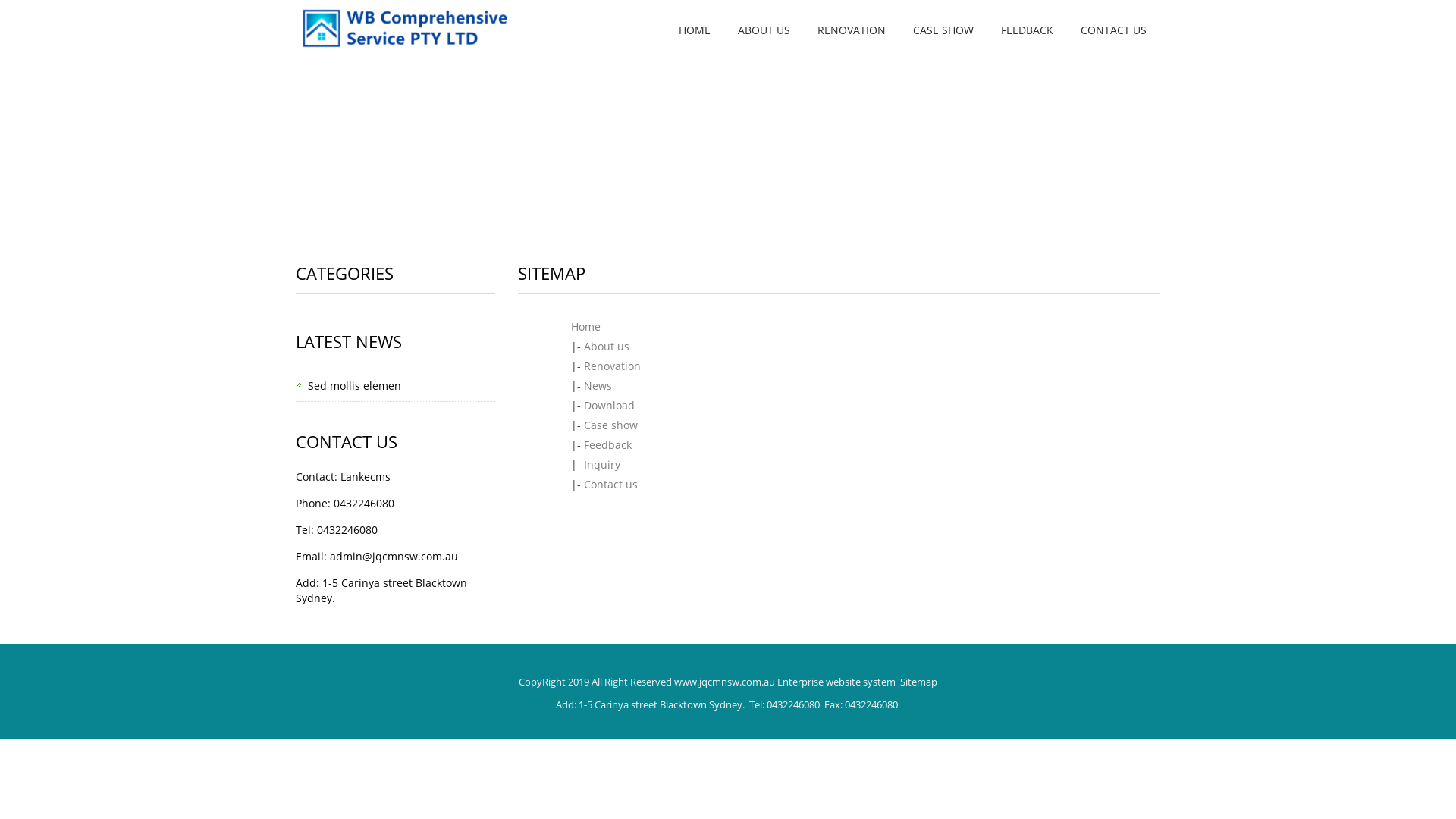  I want to click on 'FEEDBACK', so click(1027, 30).